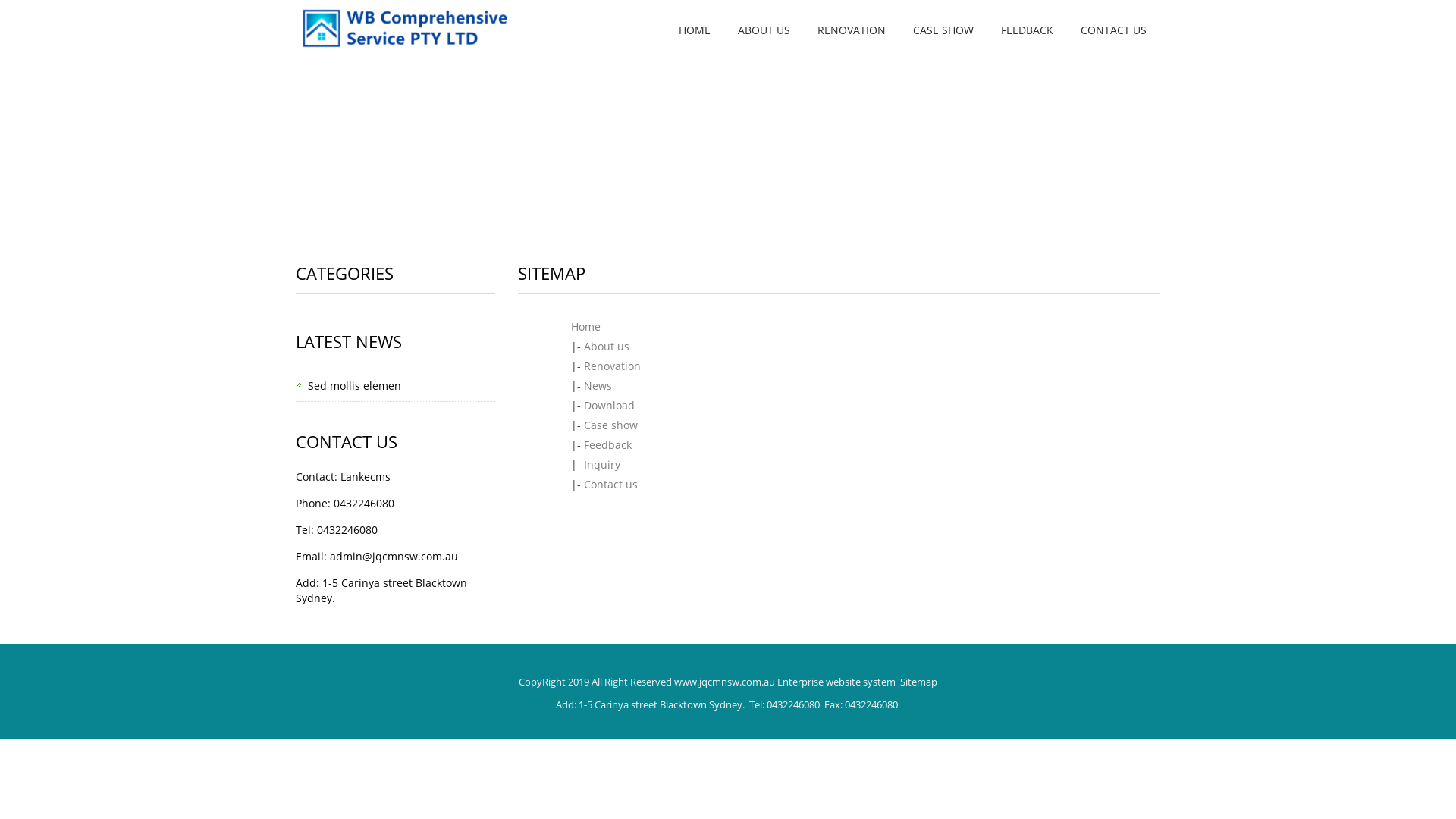  I want to click on 'FEEDBACK', so click(1027, 30).